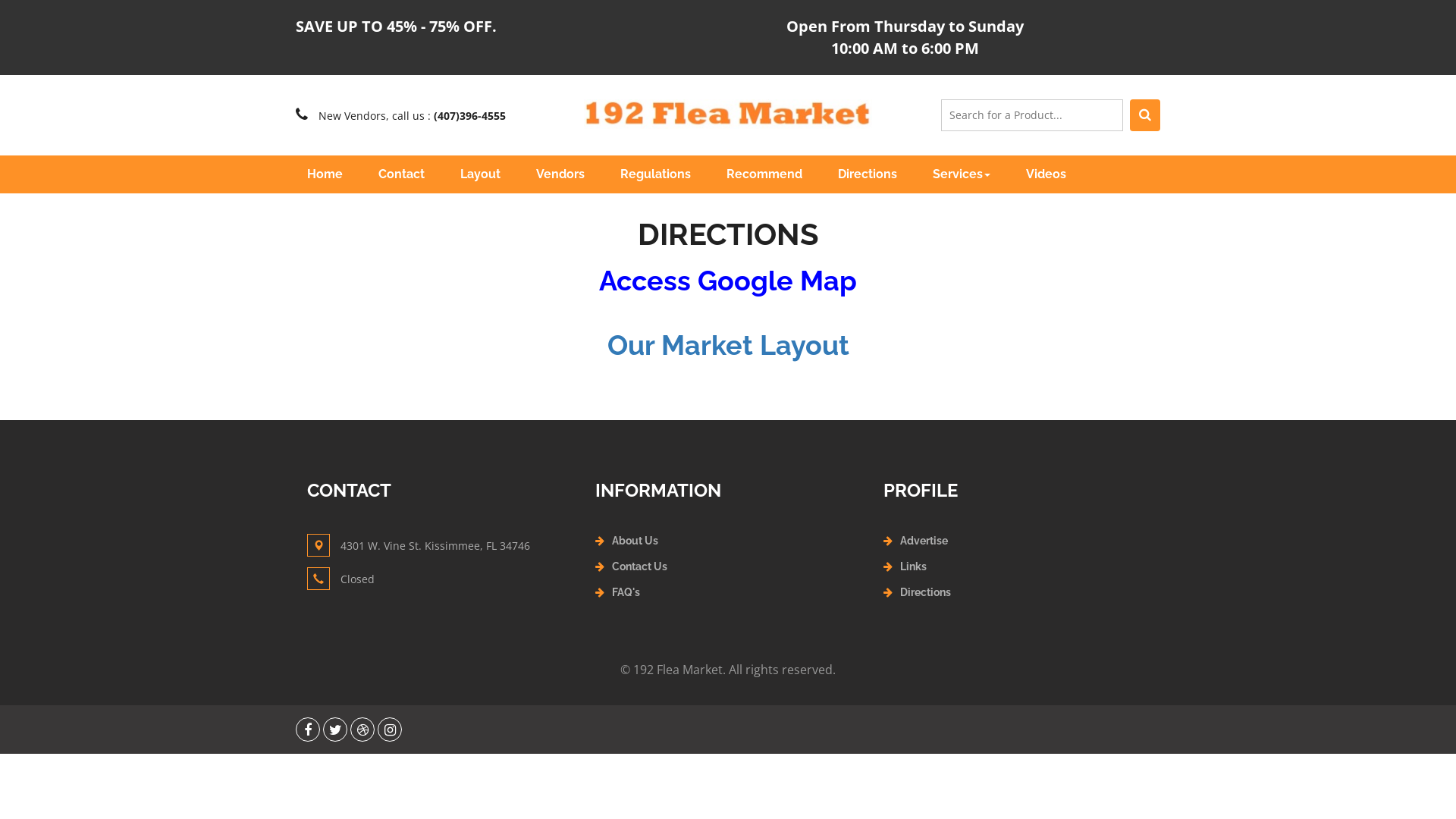 The image size is (1456, 819). What do you see at coordinates (924, 591) in the screenshot?
I see `'Directions'` at bounding box center [924, 591].